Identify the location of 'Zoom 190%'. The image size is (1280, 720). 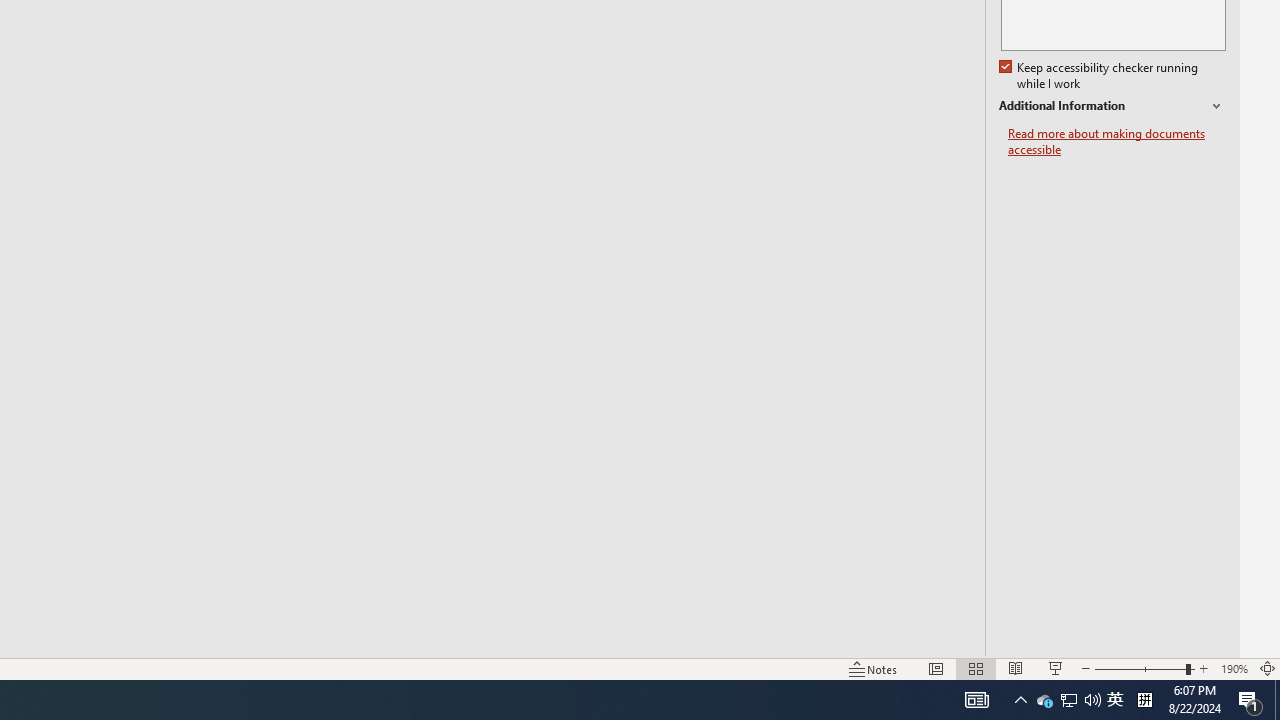
(1233, 669).